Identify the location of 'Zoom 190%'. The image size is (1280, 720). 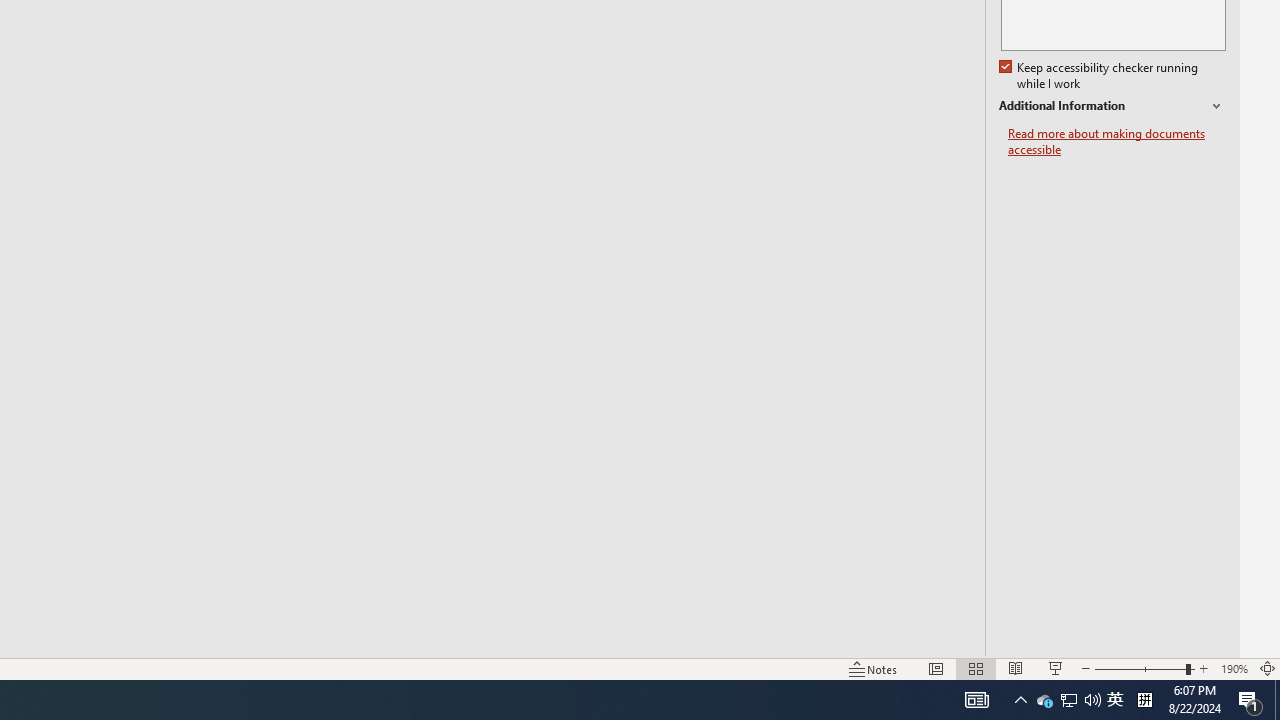
(1233, 669).